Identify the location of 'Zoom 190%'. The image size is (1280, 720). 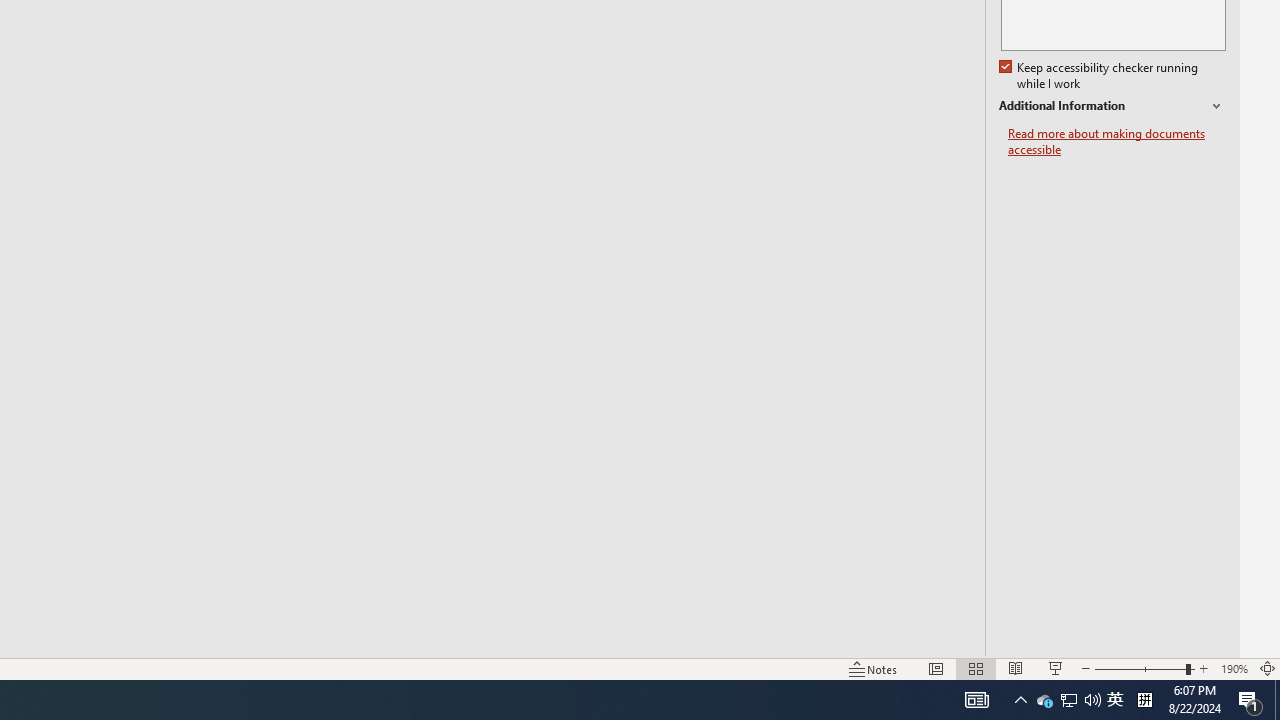
(1233, 669).